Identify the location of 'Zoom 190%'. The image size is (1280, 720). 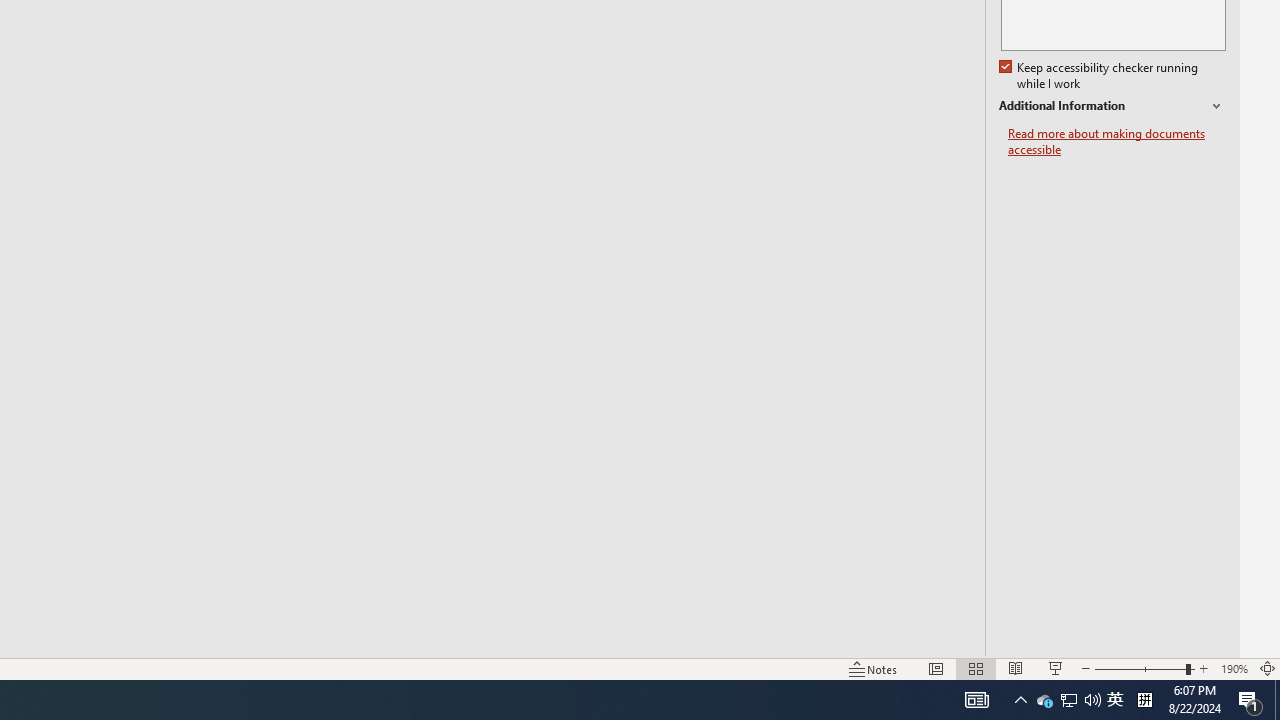
(1233, 669).